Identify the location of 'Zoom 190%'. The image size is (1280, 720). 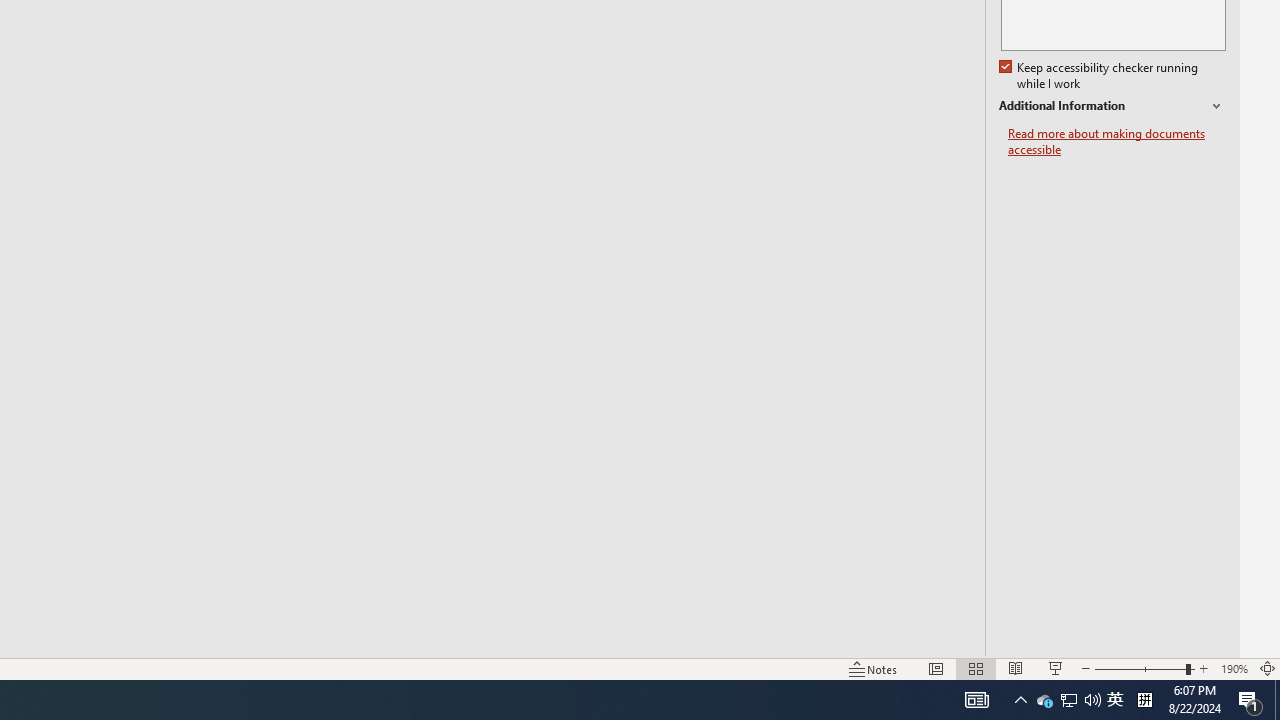
(1233, 669).